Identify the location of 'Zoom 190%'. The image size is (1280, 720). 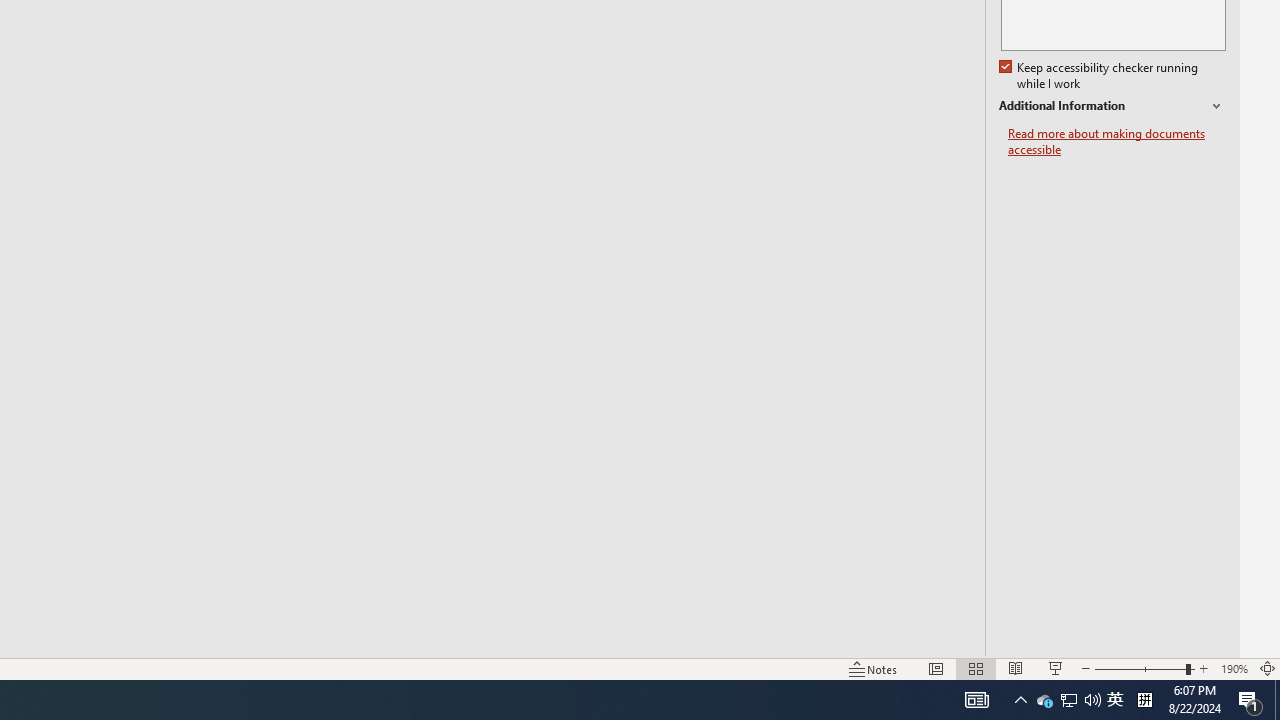
(1233, 669).